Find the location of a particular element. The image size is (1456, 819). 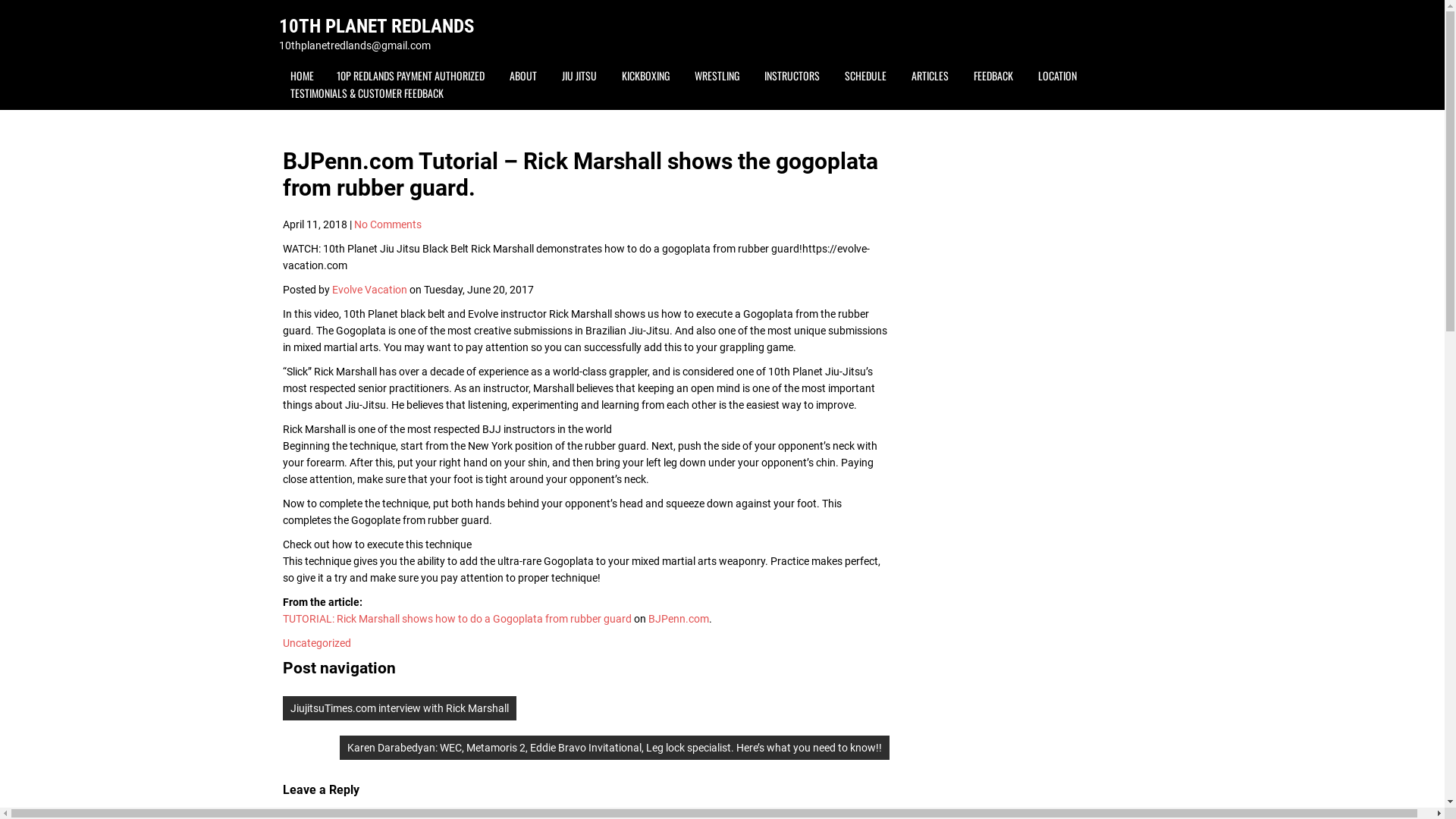

'ARTICLES' is located at coordinates (928, 75).